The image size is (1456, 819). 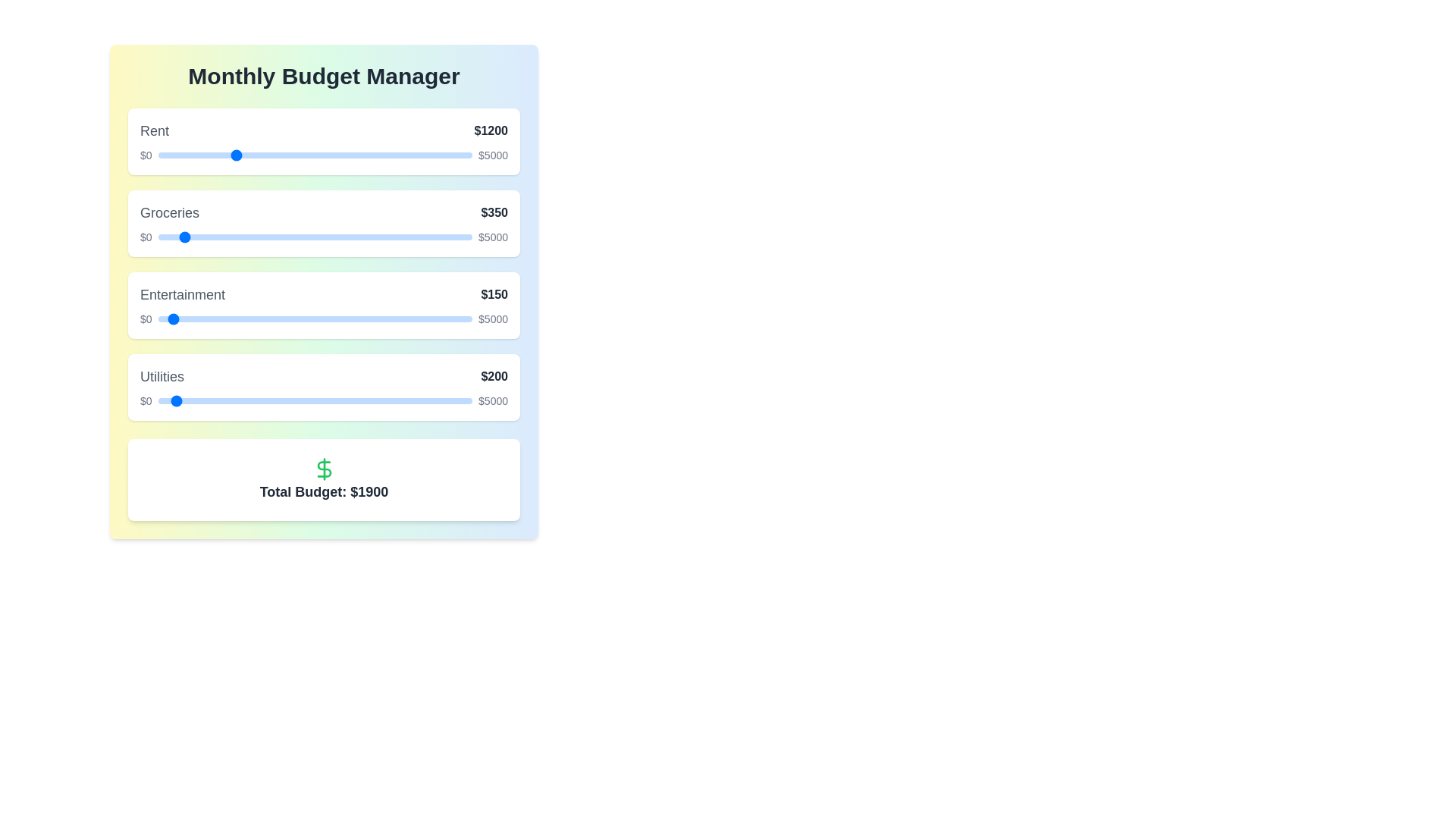 What do you see at coordinates (146, 400) in the screenshot?
I see `the text label displaying '$0' located to the left of the slider bar under the 'Utilities' section` at bounding box center [146, 400].